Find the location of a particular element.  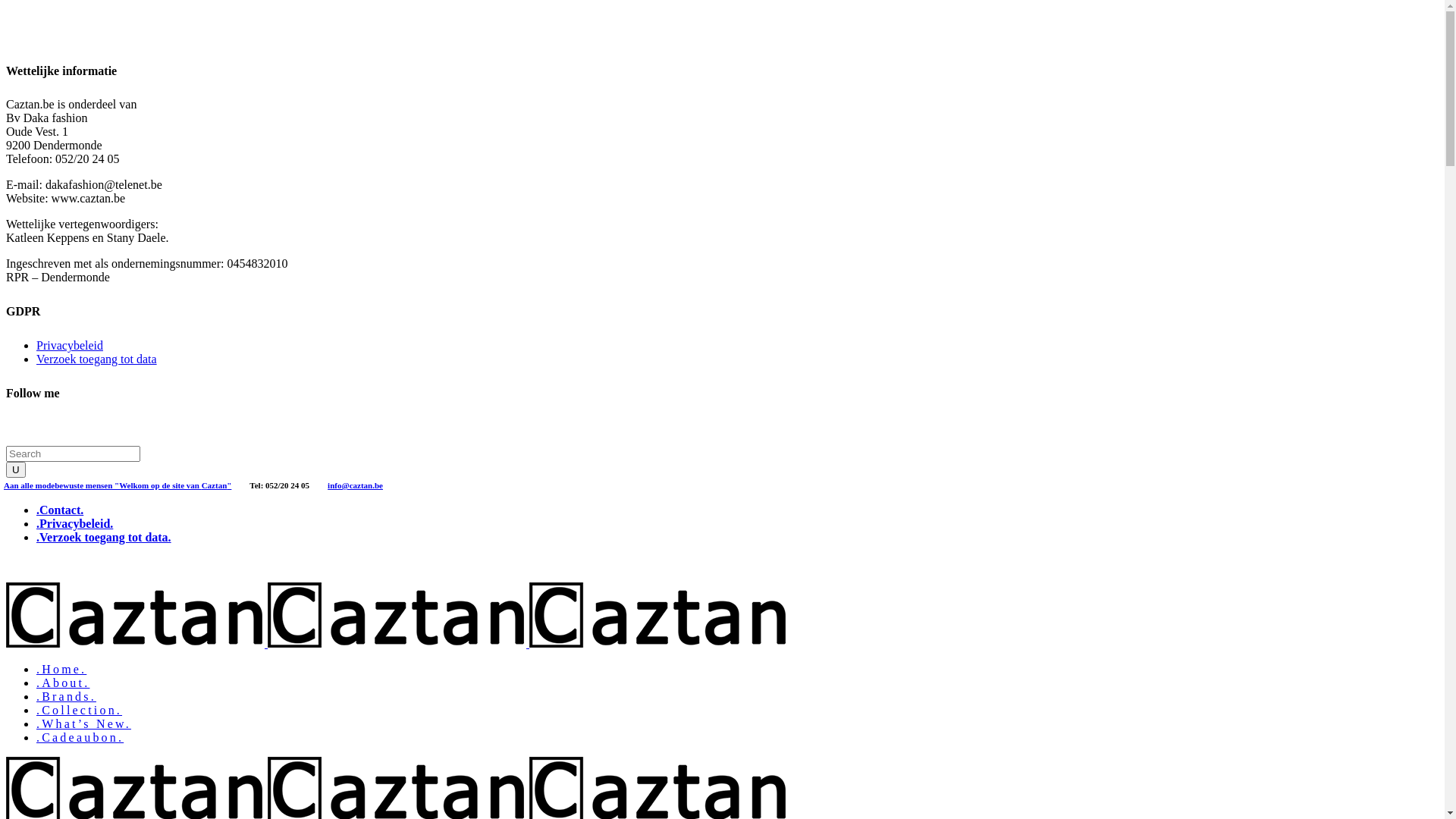

'Aan alle modebewuste mensen "Welkom op de site van Caztan"' is located at coordinates (116, 484).